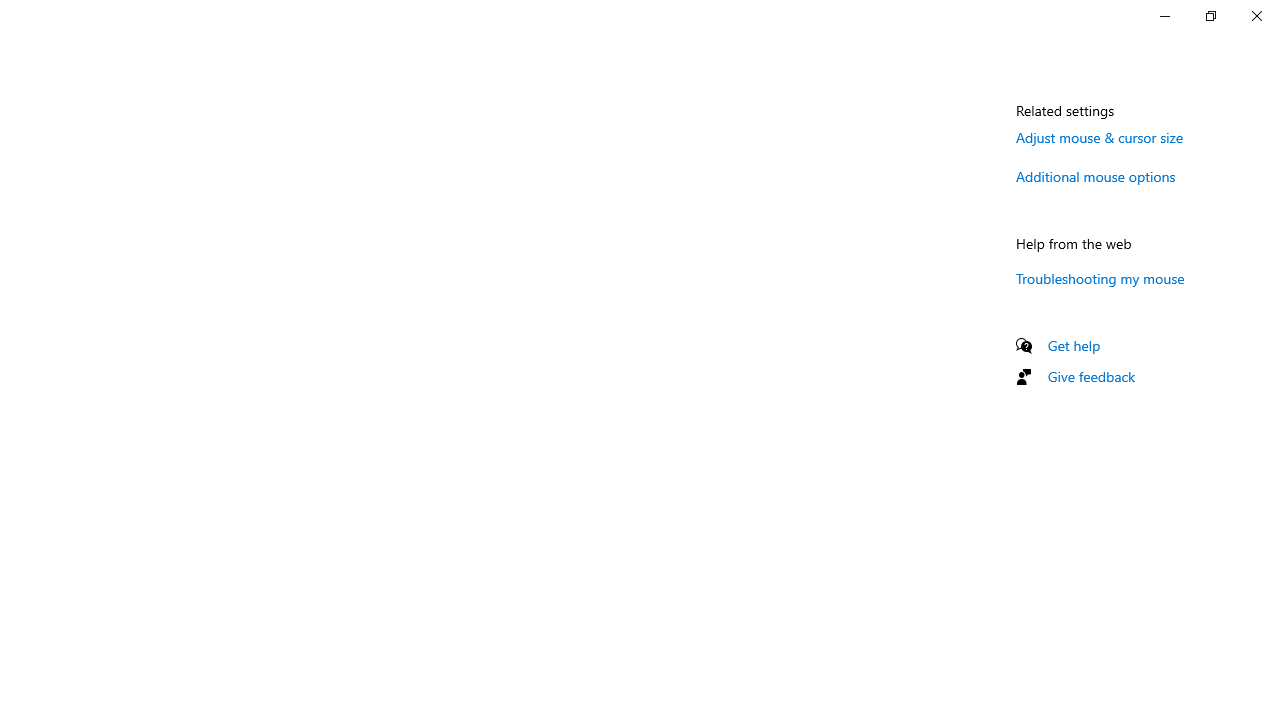  What do you see at coordinates (1164, 15) in the screenshot?
I see `'Minimize Settings'` at bounding box center [1164, 15].